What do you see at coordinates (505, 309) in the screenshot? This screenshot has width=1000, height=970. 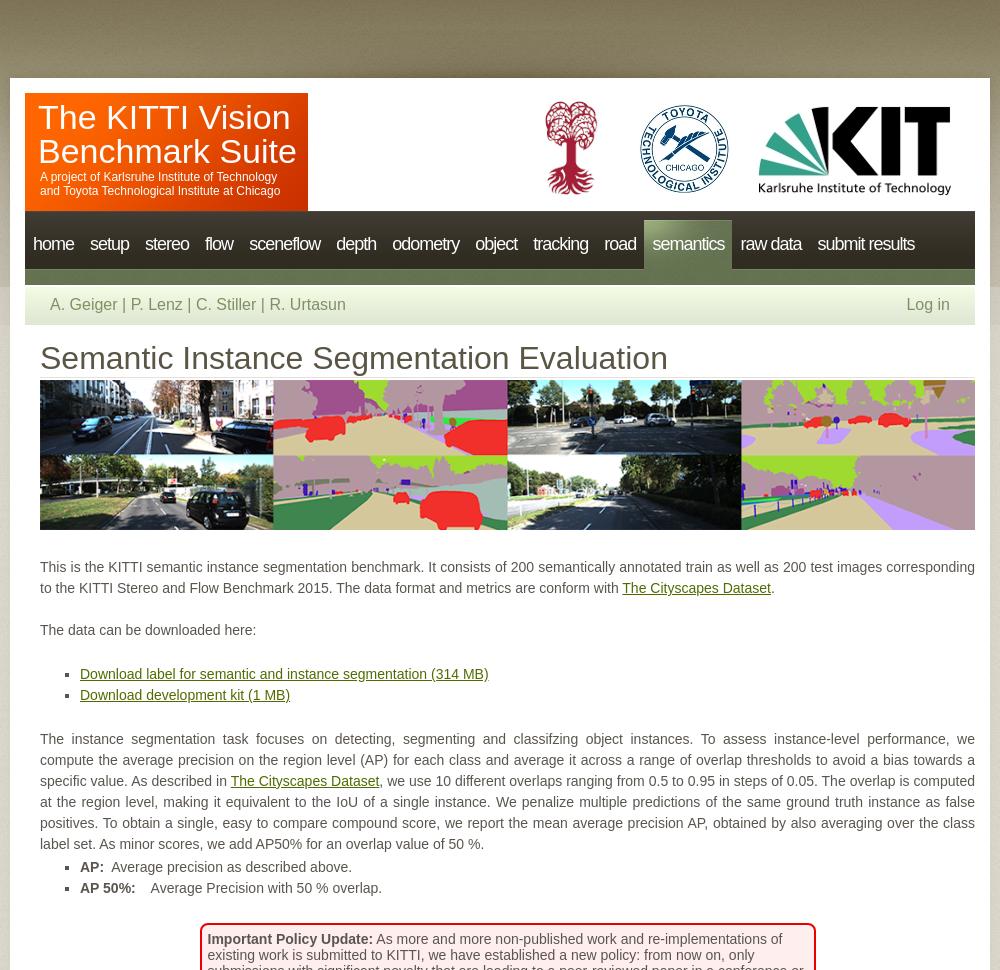 I see `'3d object'` at bounding box center [505, 309].